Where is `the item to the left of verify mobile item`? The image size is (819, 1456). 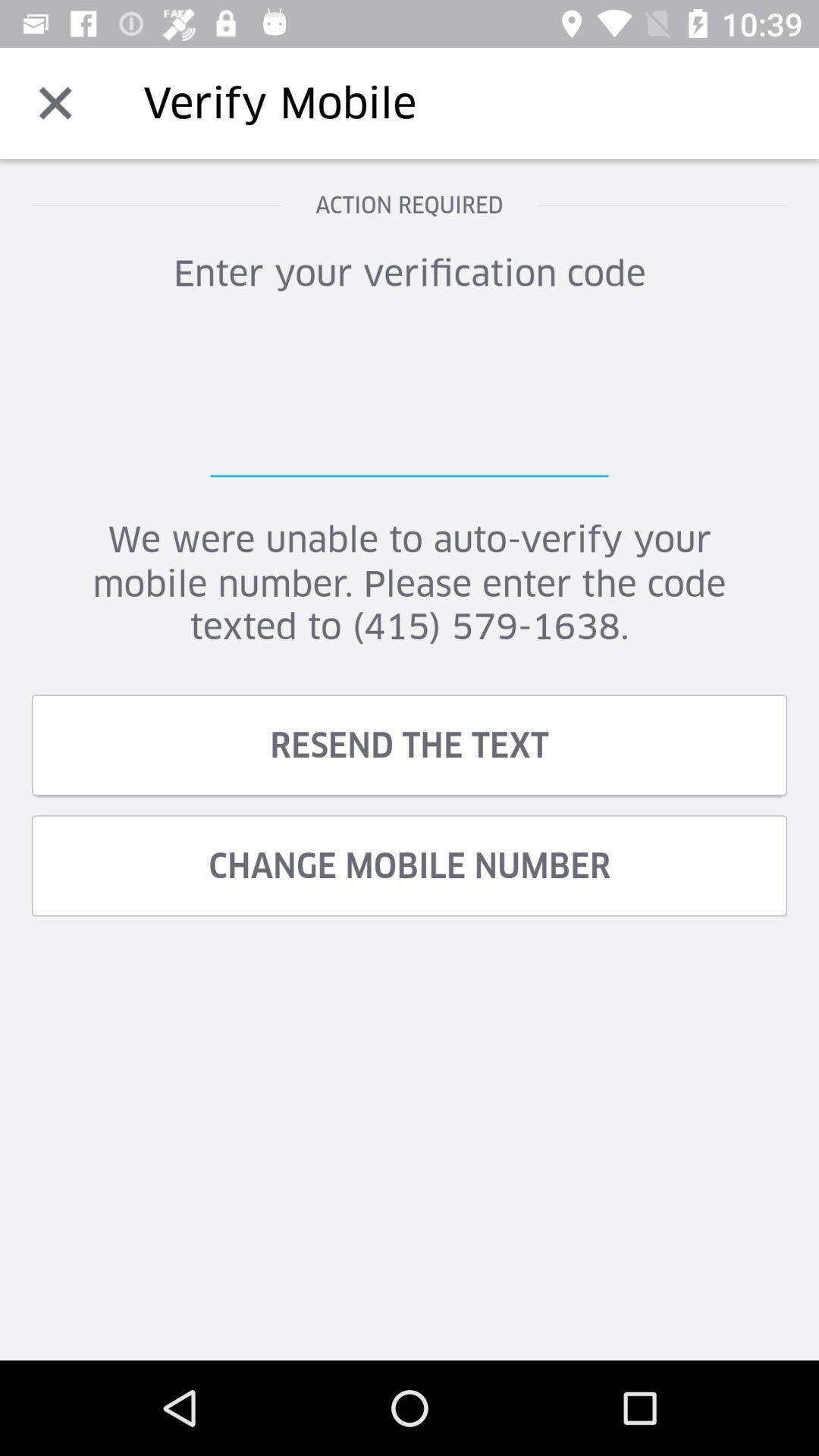 the item to the left of verify mobile item is located at coordinates (55, 102).